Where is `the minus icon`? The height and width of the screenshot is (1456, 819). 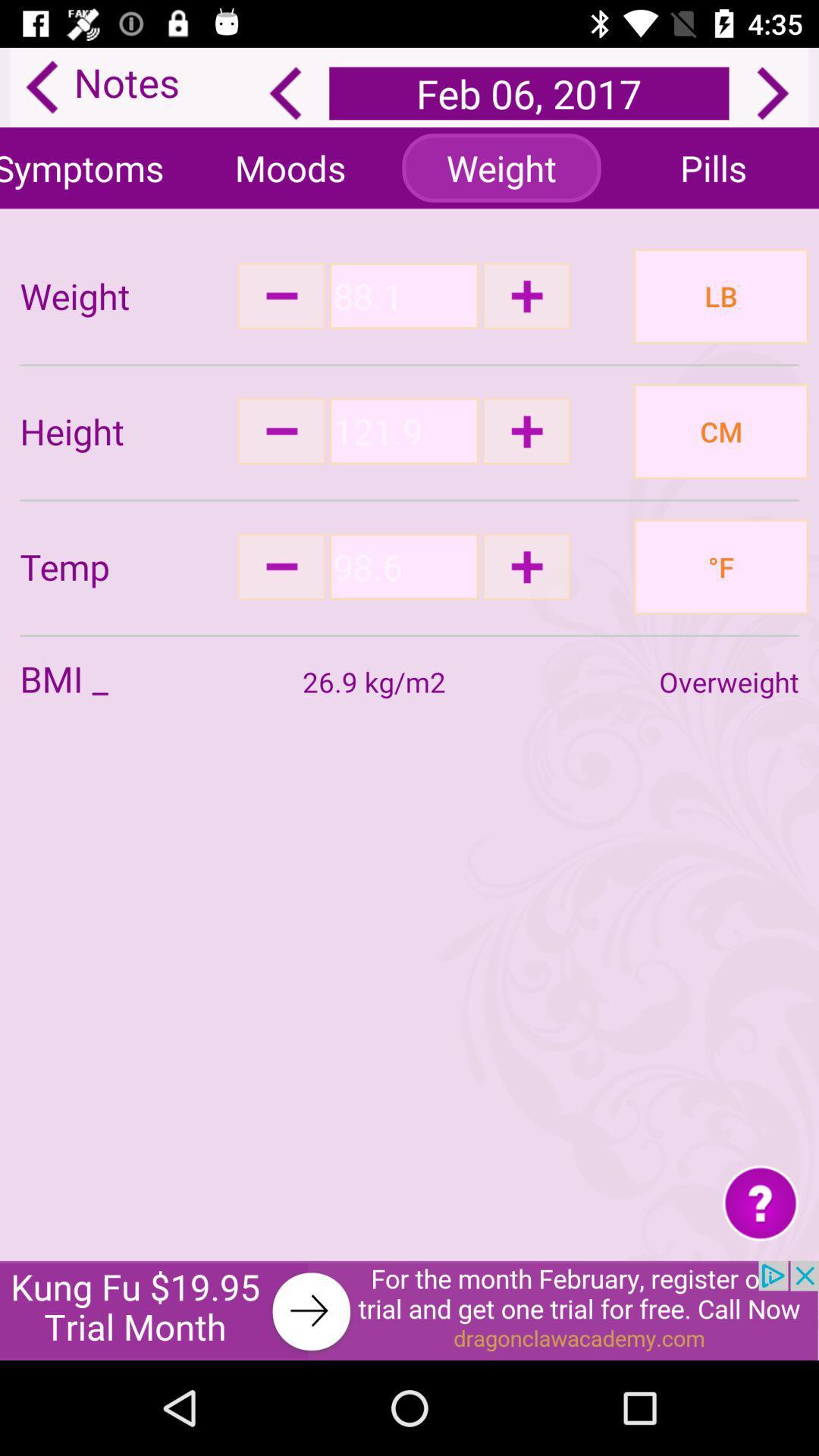 the minus icon is located at coordinates (281, 566).